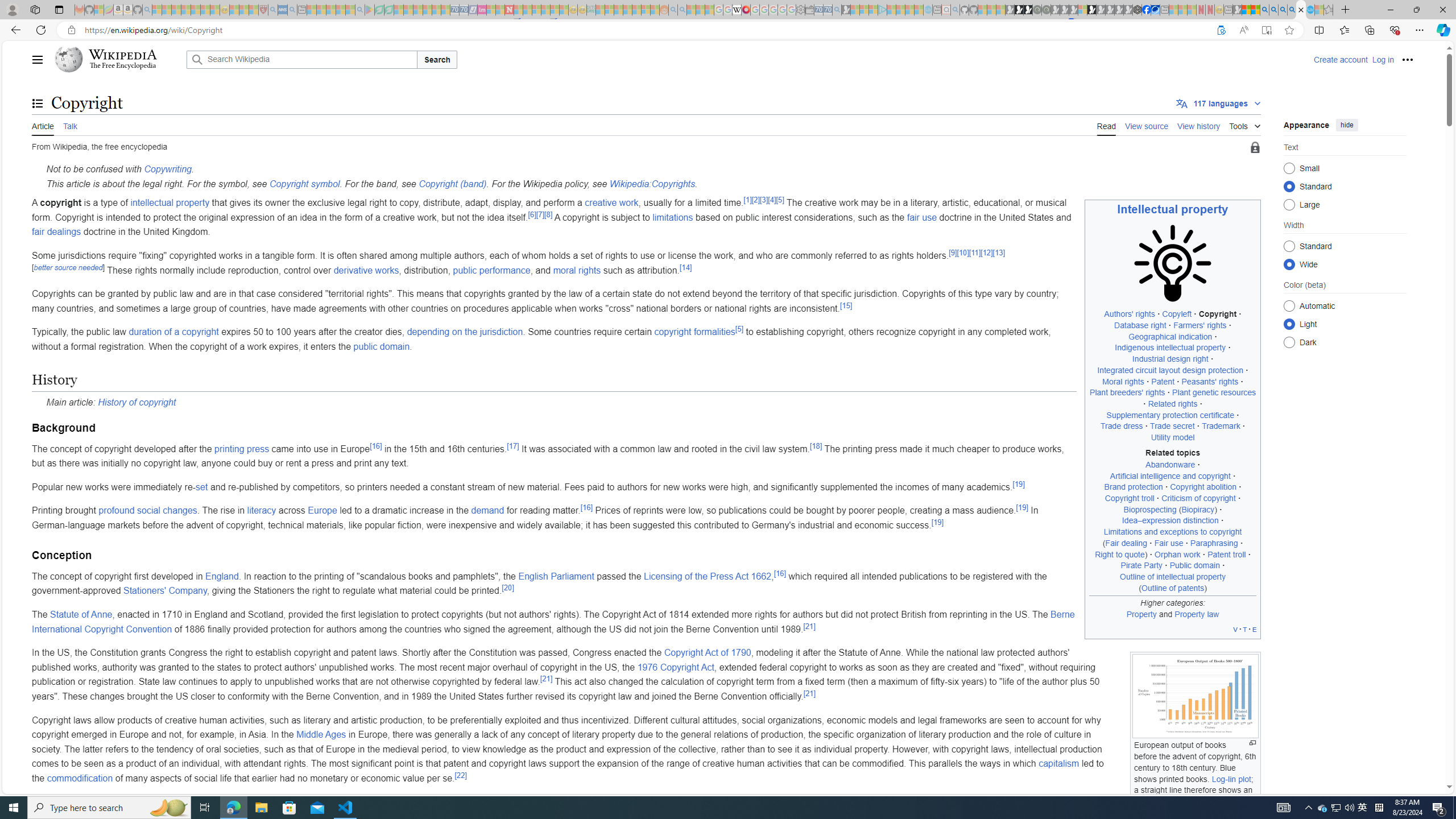 Image resolution: width=1456 pixels, height=819 pixels. Describe the element at coordinates (1173, 532) in the screenshot. I see `'Limitations and exceptions to copyright'` at that location.